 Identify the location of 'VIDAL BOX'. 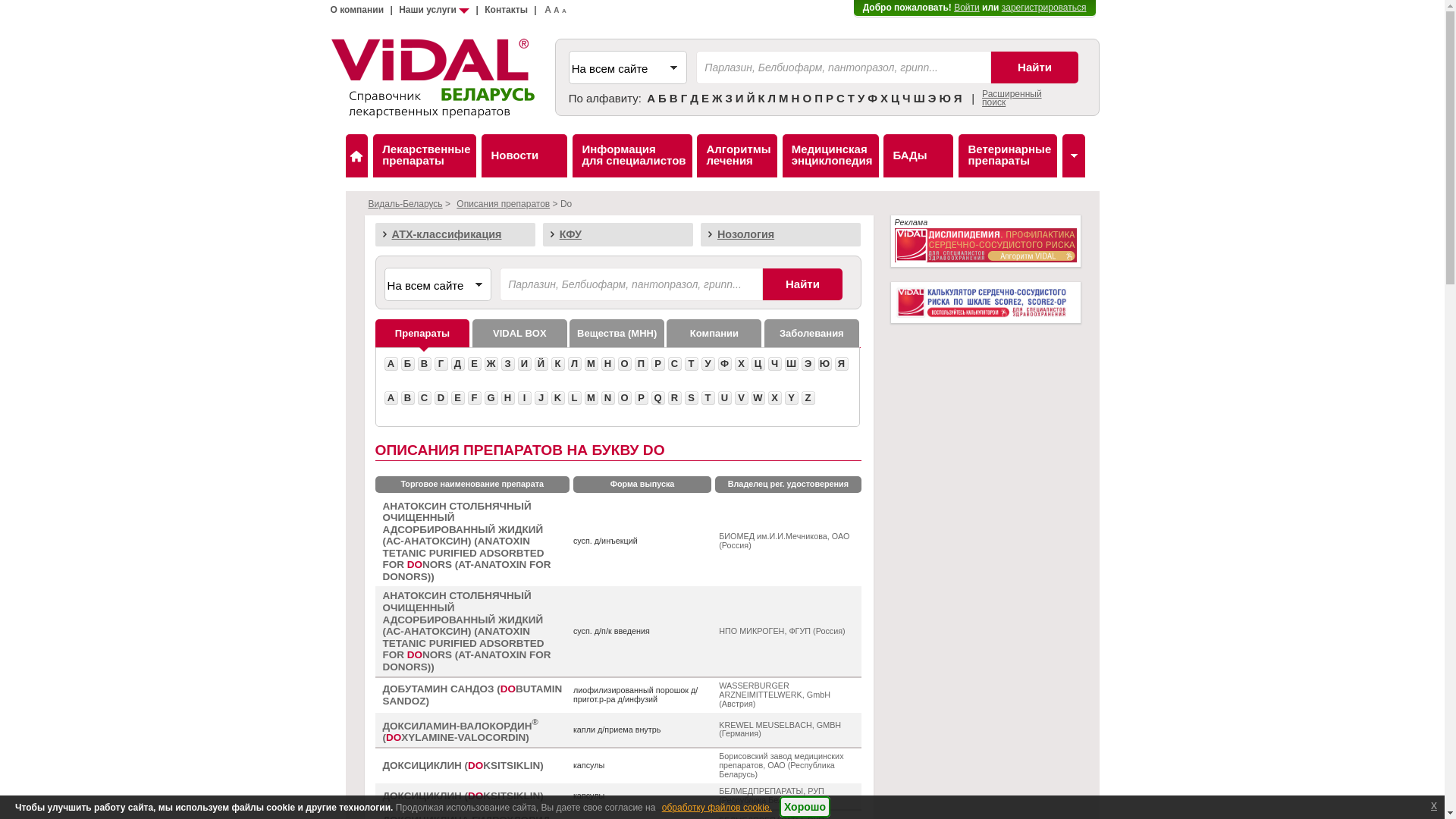
(519, 332).